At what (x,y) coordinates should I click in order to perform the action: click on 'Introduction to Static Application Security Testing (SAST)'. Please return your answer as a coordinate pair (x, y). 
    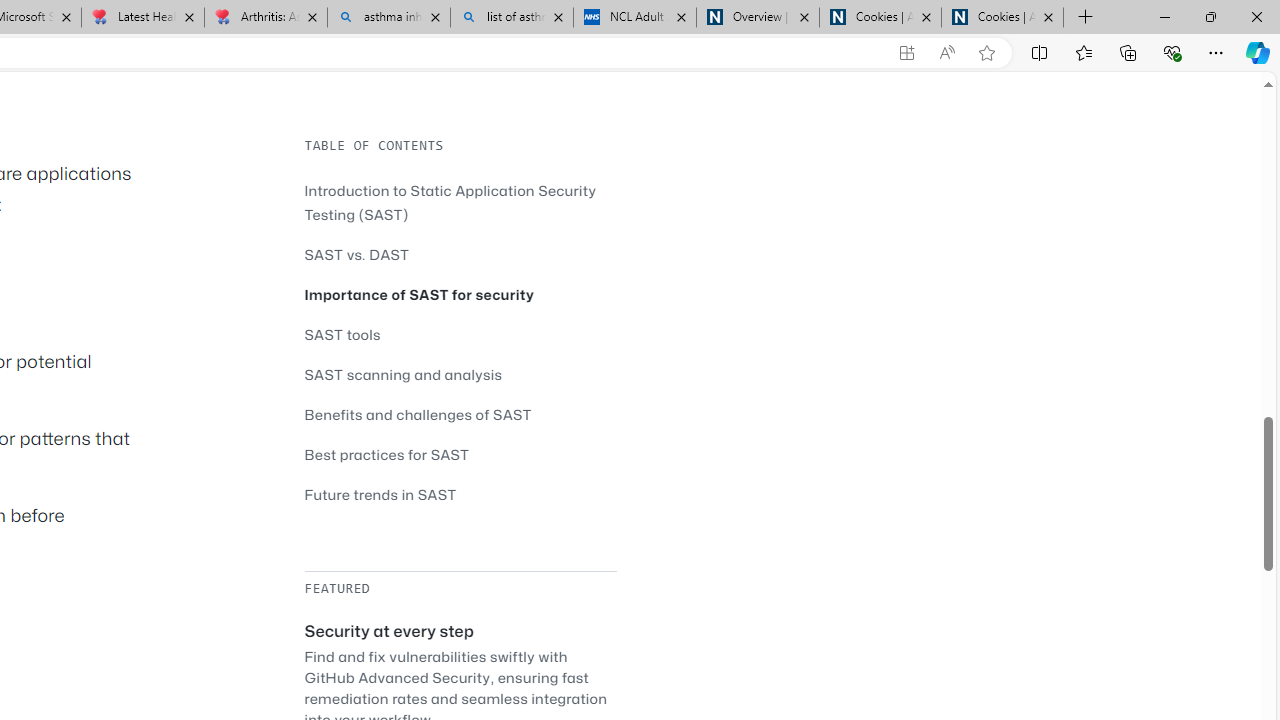
    Looking at the image, I should click on (459, 202).